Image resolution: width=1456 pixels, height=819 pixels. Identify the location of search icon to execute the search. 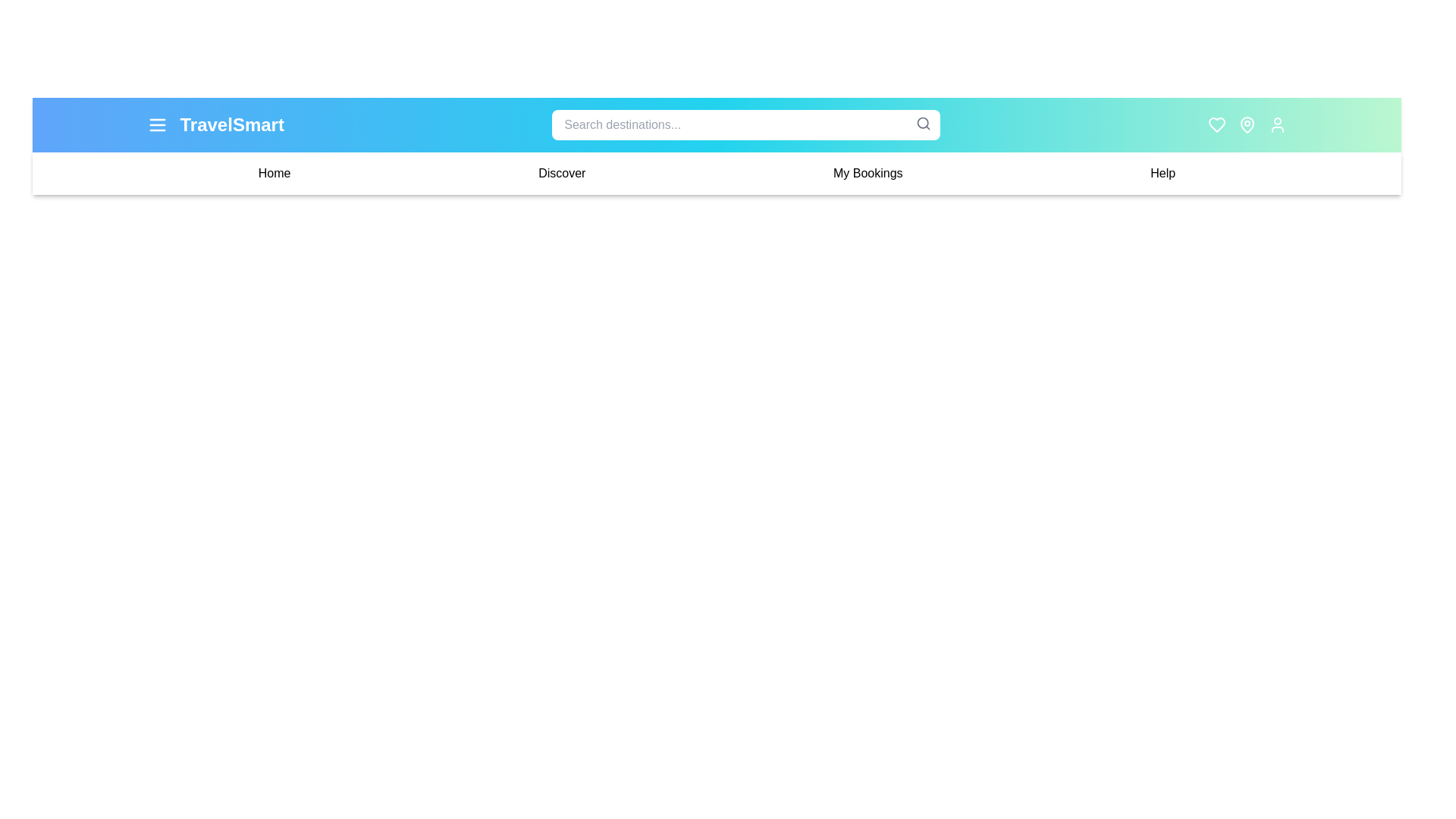
(923, 122).